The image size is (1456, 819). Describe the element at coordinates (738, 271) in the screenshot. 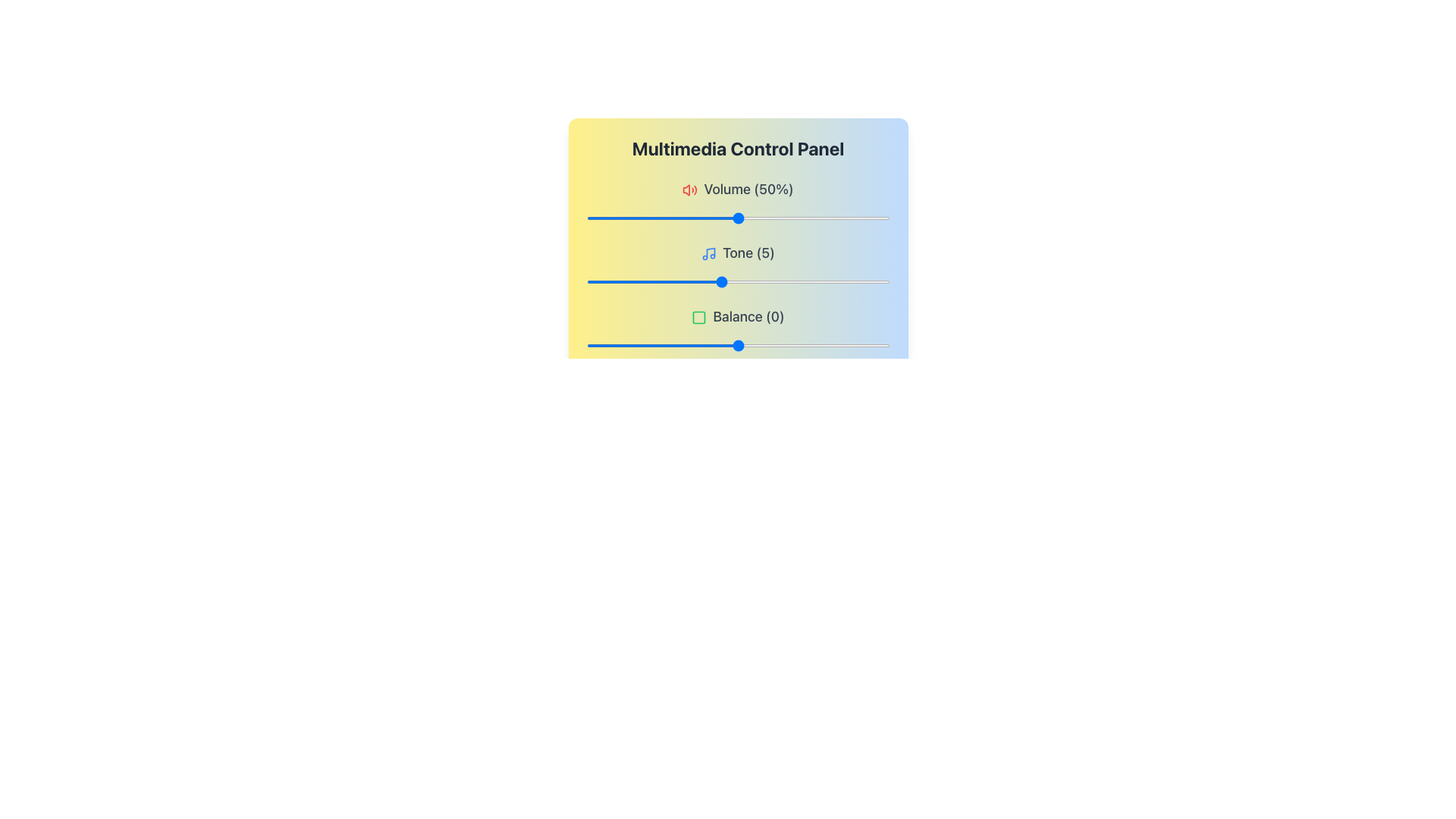

I see `the control panel interface element that contains sliders for adjusting multimedia settings like volume, tone, and balance` at that location.